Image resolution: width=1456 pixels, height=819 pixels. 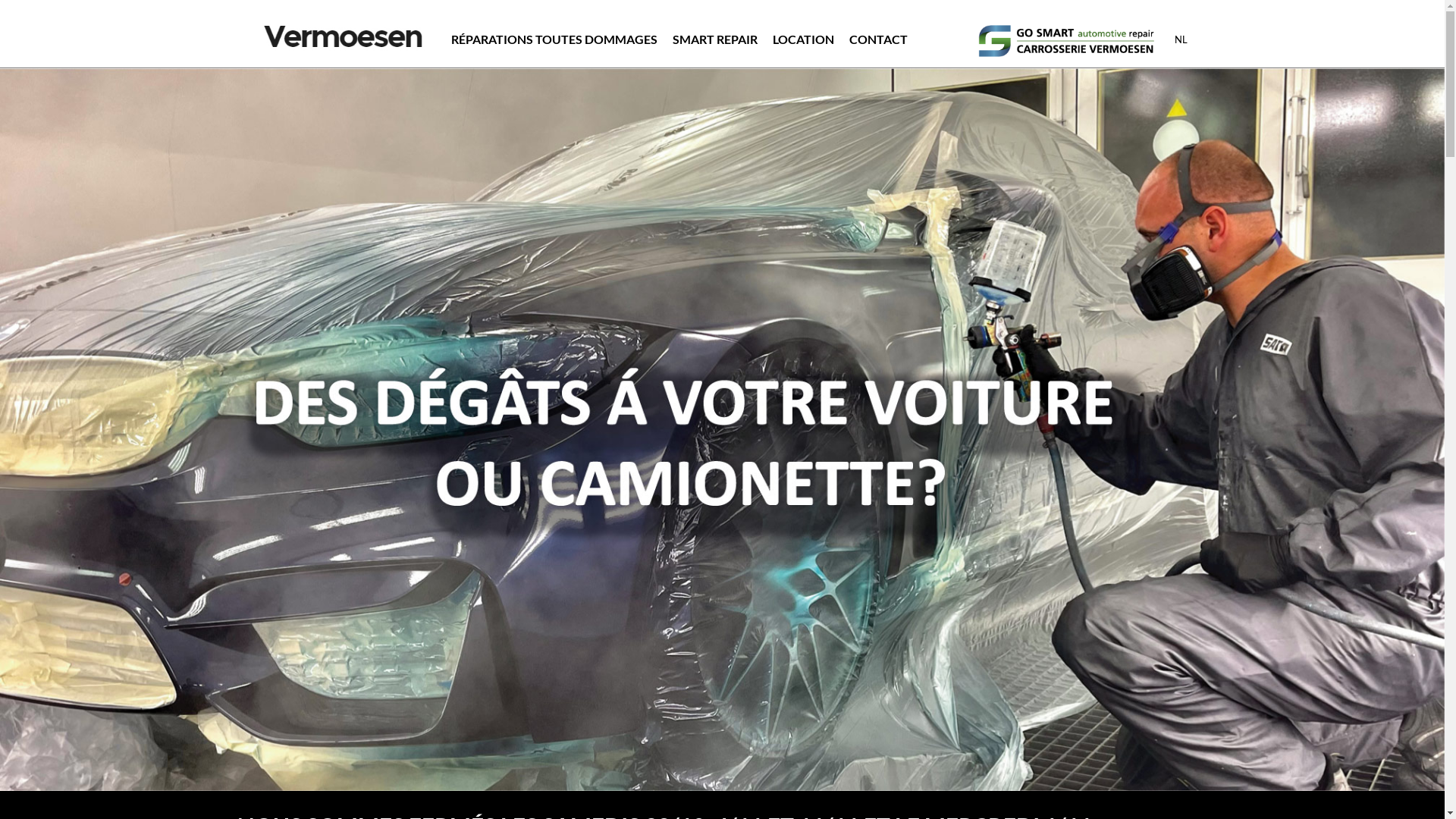 I want to click on 'SMART REPAIR', so click(x=671, y=38).